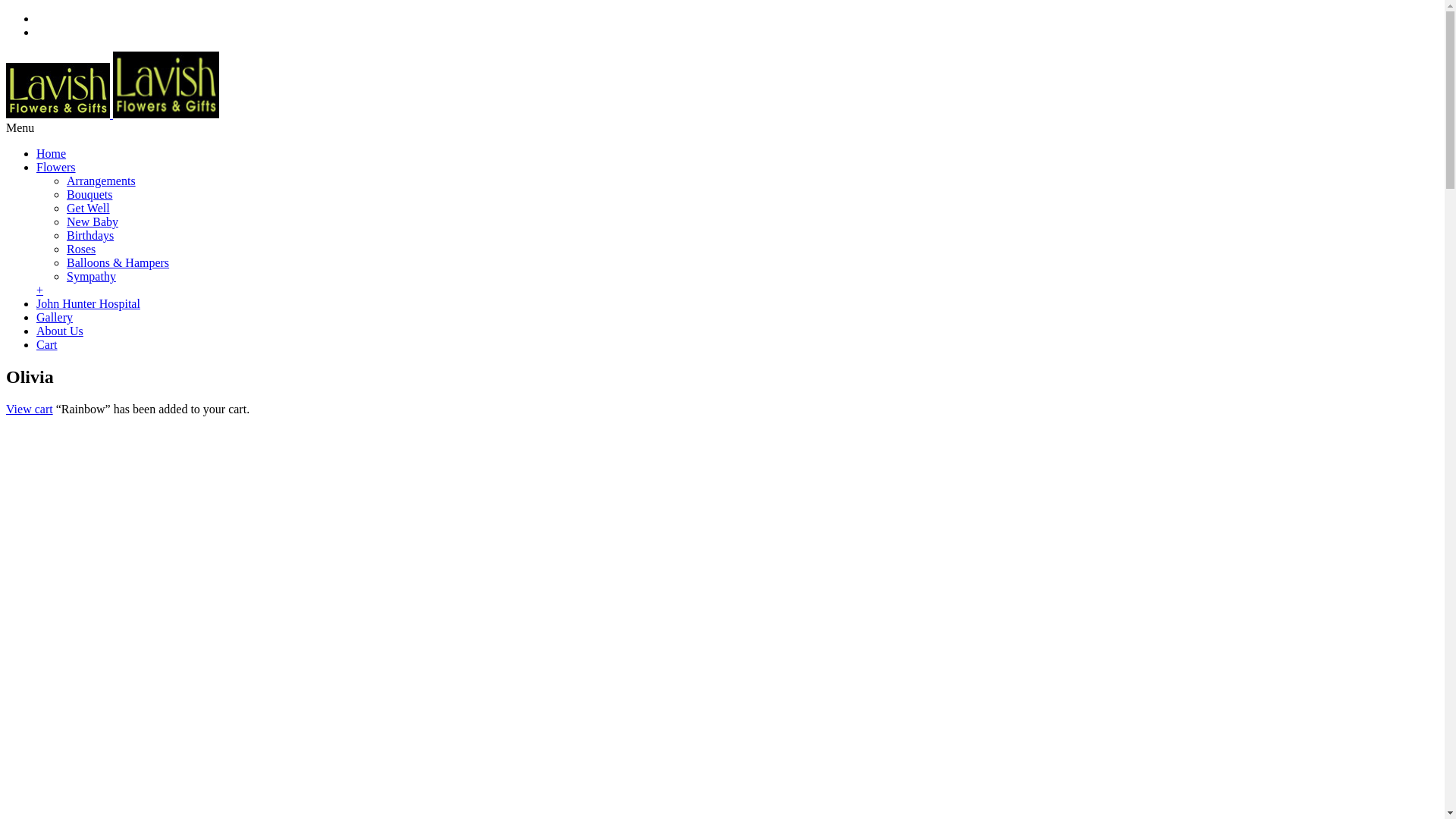 Image resolution: width=1456 pixels, height=819 pixels. Describe the element at coordinates (29, 408) in the screenshot. I see `'View cart'` at that location.